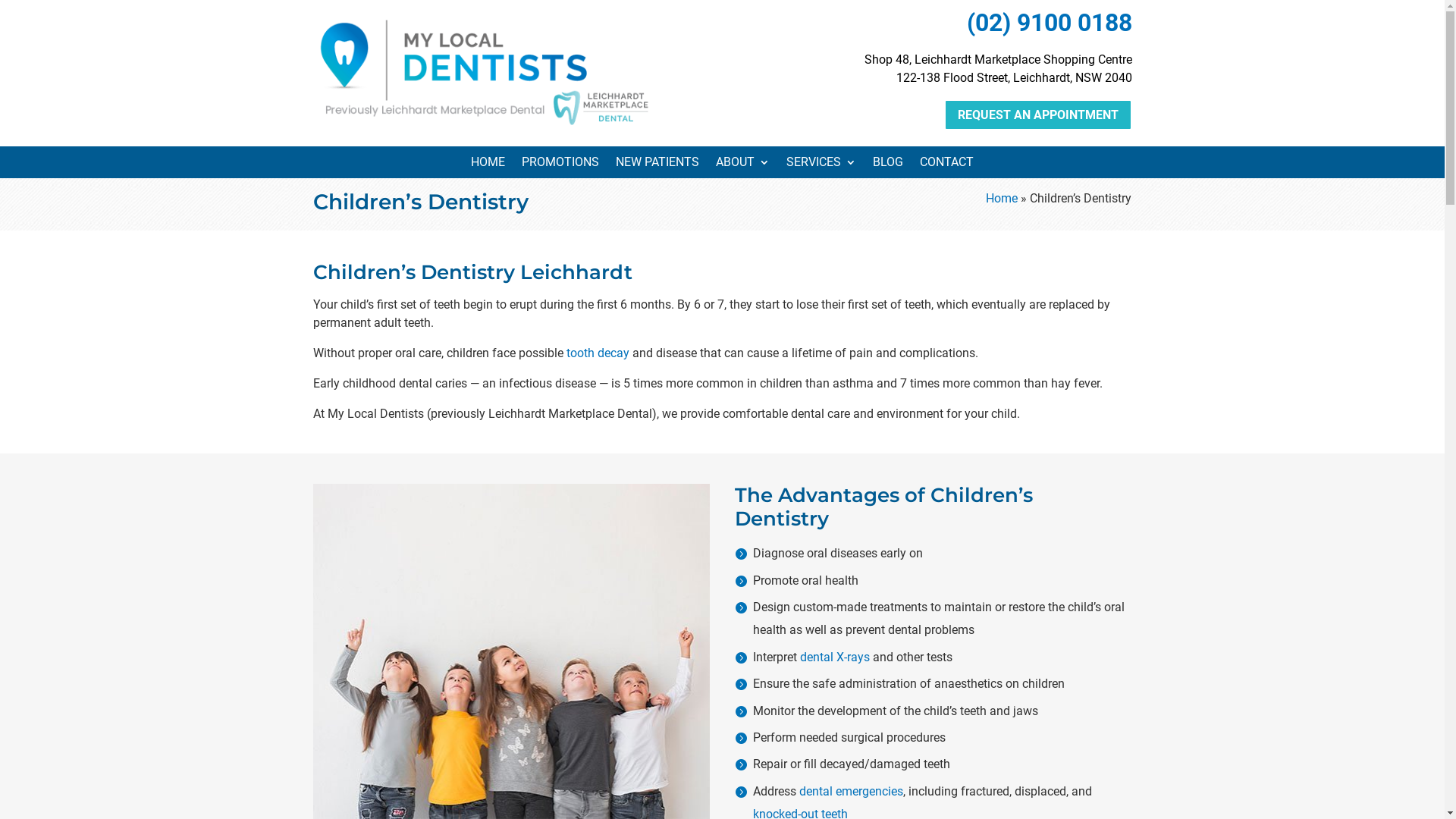 Image resolution: width=1456 pixels, height=819 pixels. What do you see at coordinates (742, 165) in the screenshot?
I see `'ABOUT'` at bounding box center [742, 165].